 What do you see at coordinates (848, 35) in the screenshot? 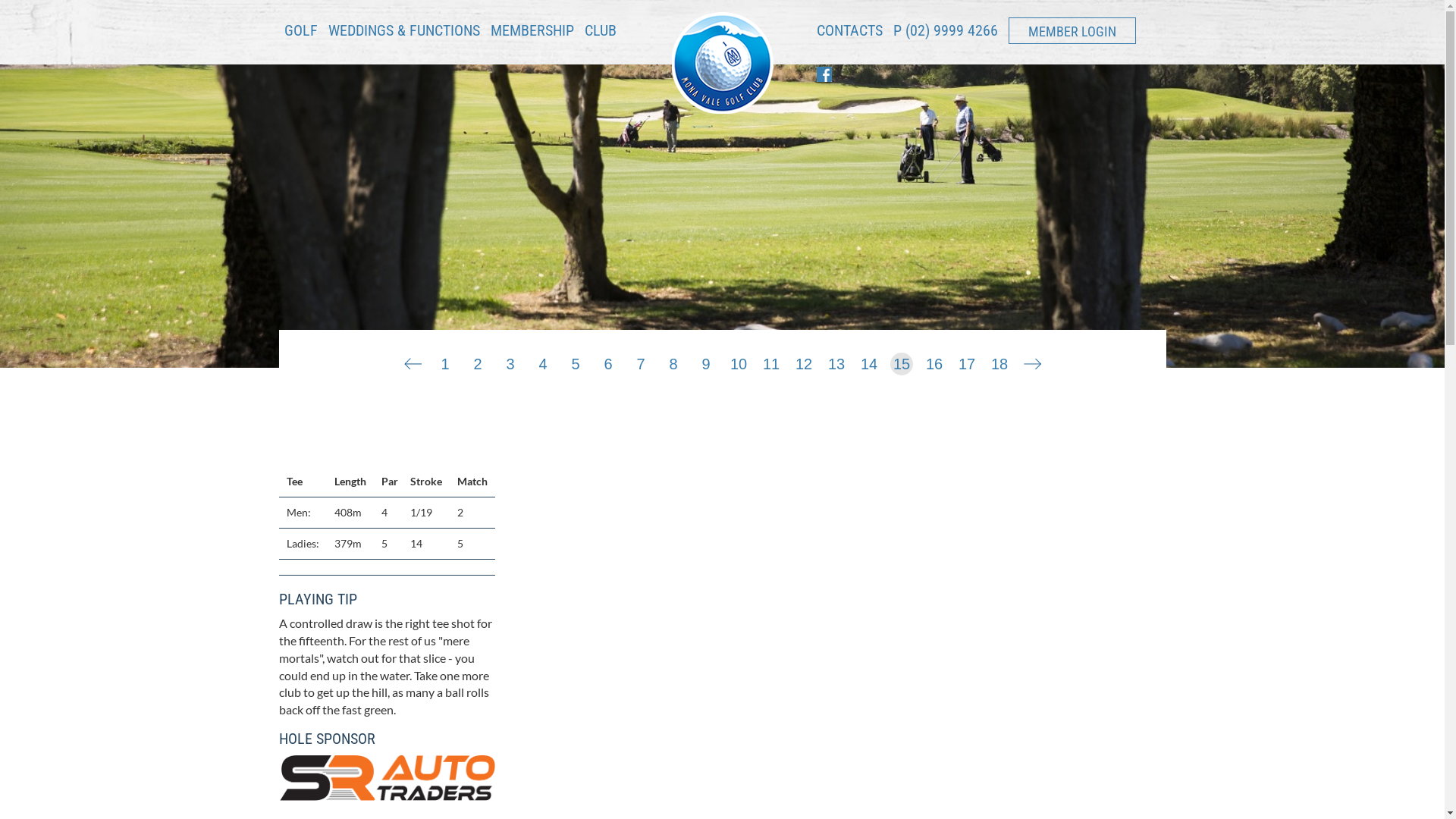
I see `'CONTACTS'` at bounding box center [848, 35].